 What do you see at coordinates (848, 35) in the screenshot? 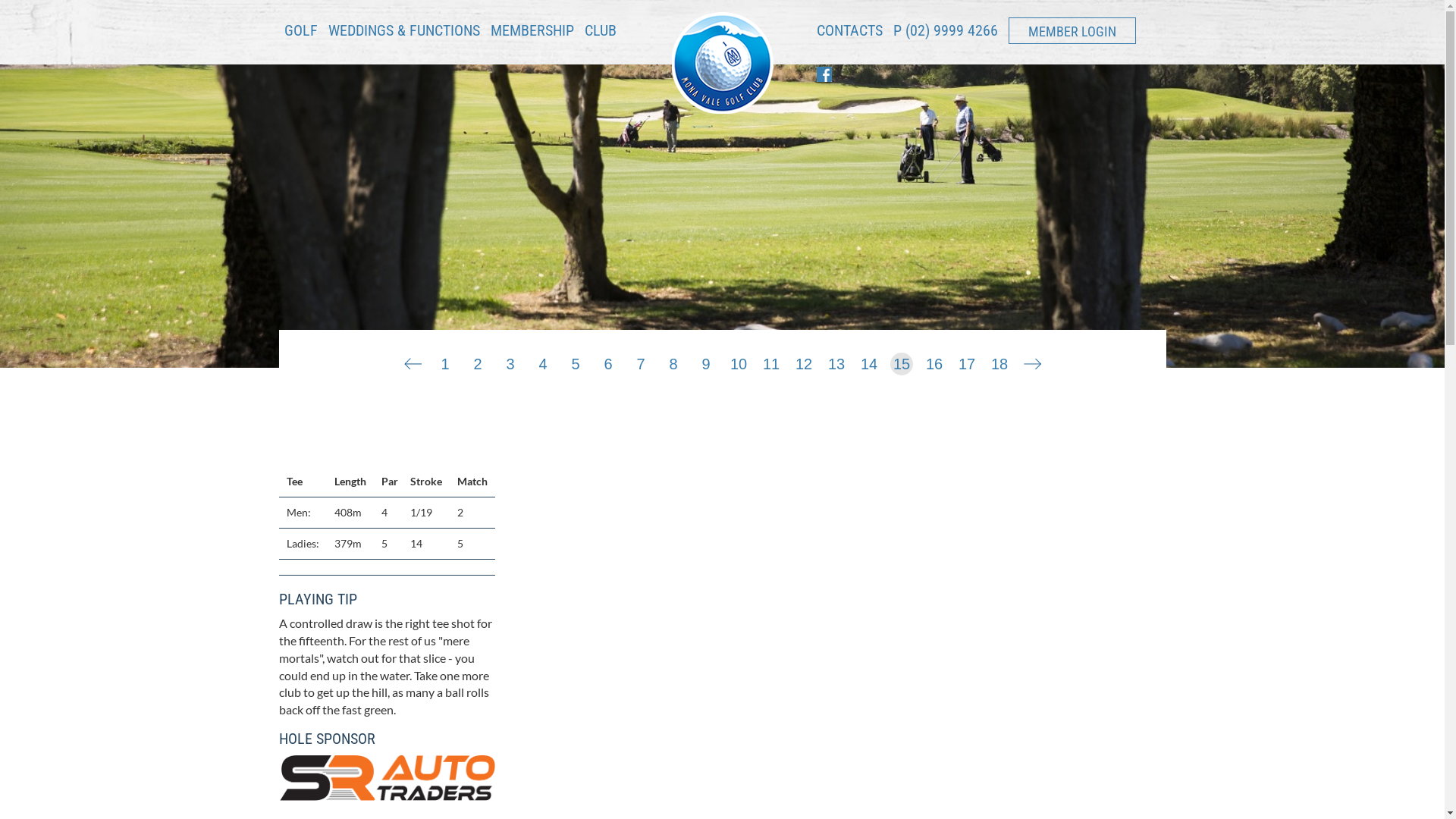
I see `'CONTACTS'` at bounding box center [848, 35].